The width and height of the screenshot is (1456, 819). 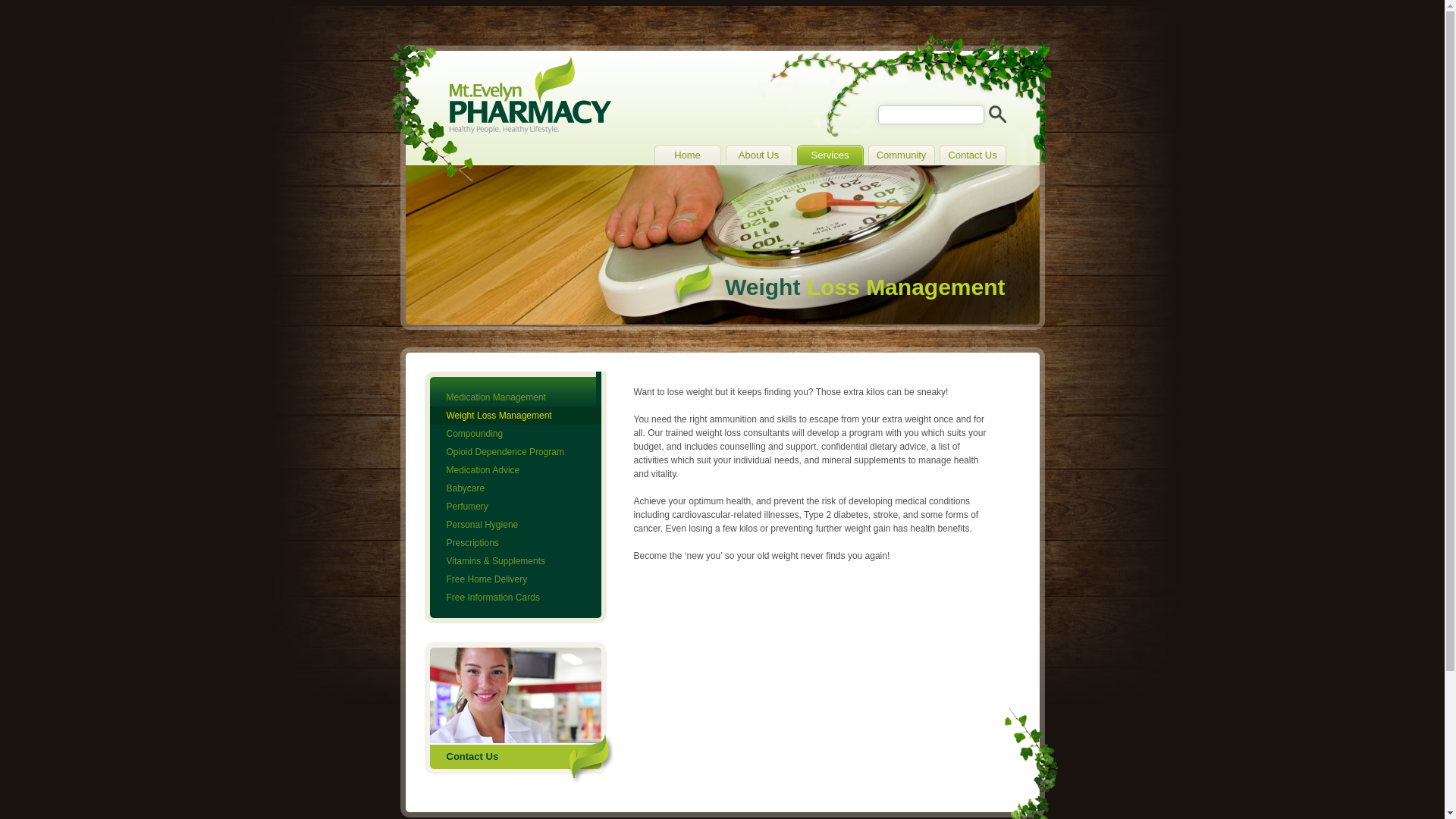 I want to click on 'Free Information Cards', so click(x=514, y=596).